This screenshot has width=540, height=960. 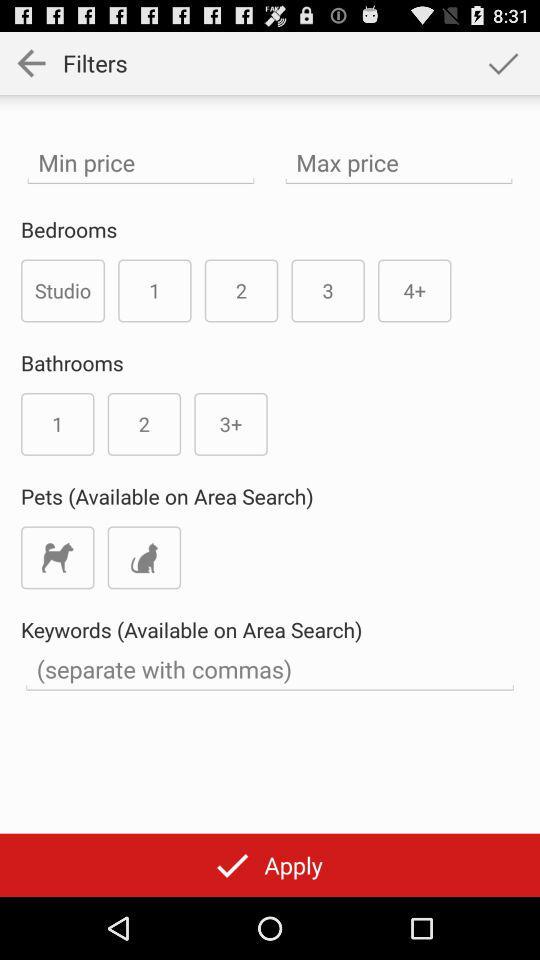 What do you see at coordinates (270, 864) in the screenshot?
I see `apply button` at bounding box center [270, 864].